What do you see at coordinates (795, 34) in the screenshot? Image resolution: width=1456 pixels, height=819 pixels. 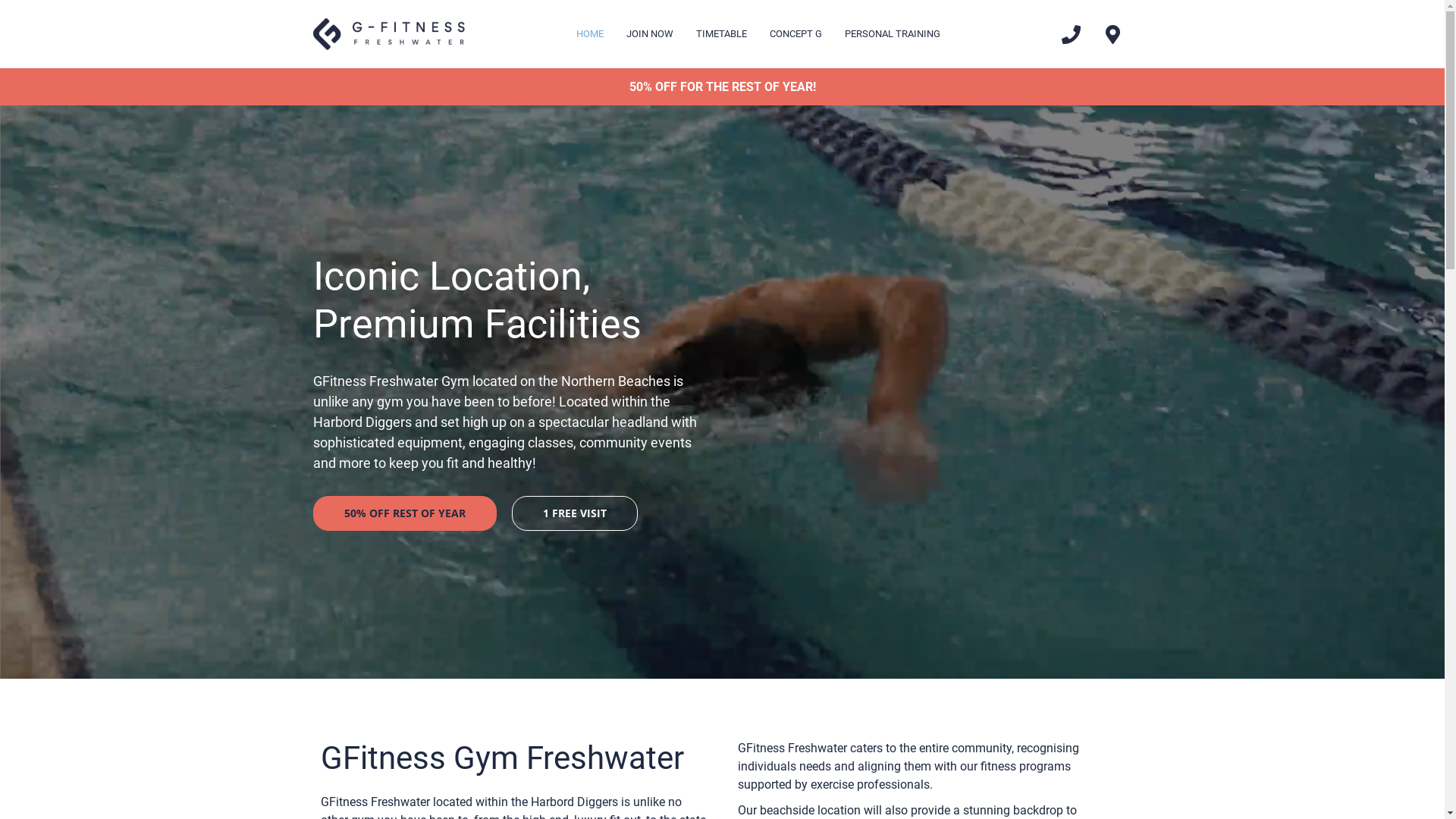 I see `'CONCEPT G'` at bounding box center [795, 34].